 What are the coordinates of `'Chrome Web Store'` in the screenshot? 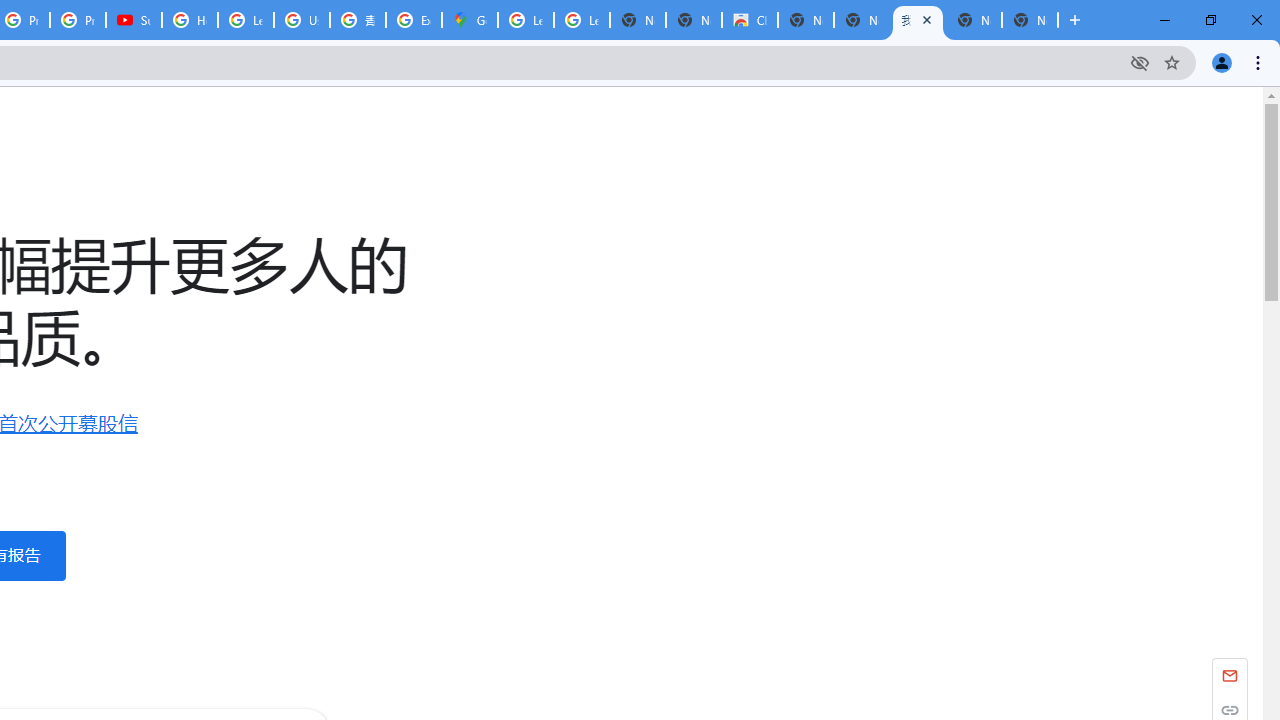 It's located at (749, 20).